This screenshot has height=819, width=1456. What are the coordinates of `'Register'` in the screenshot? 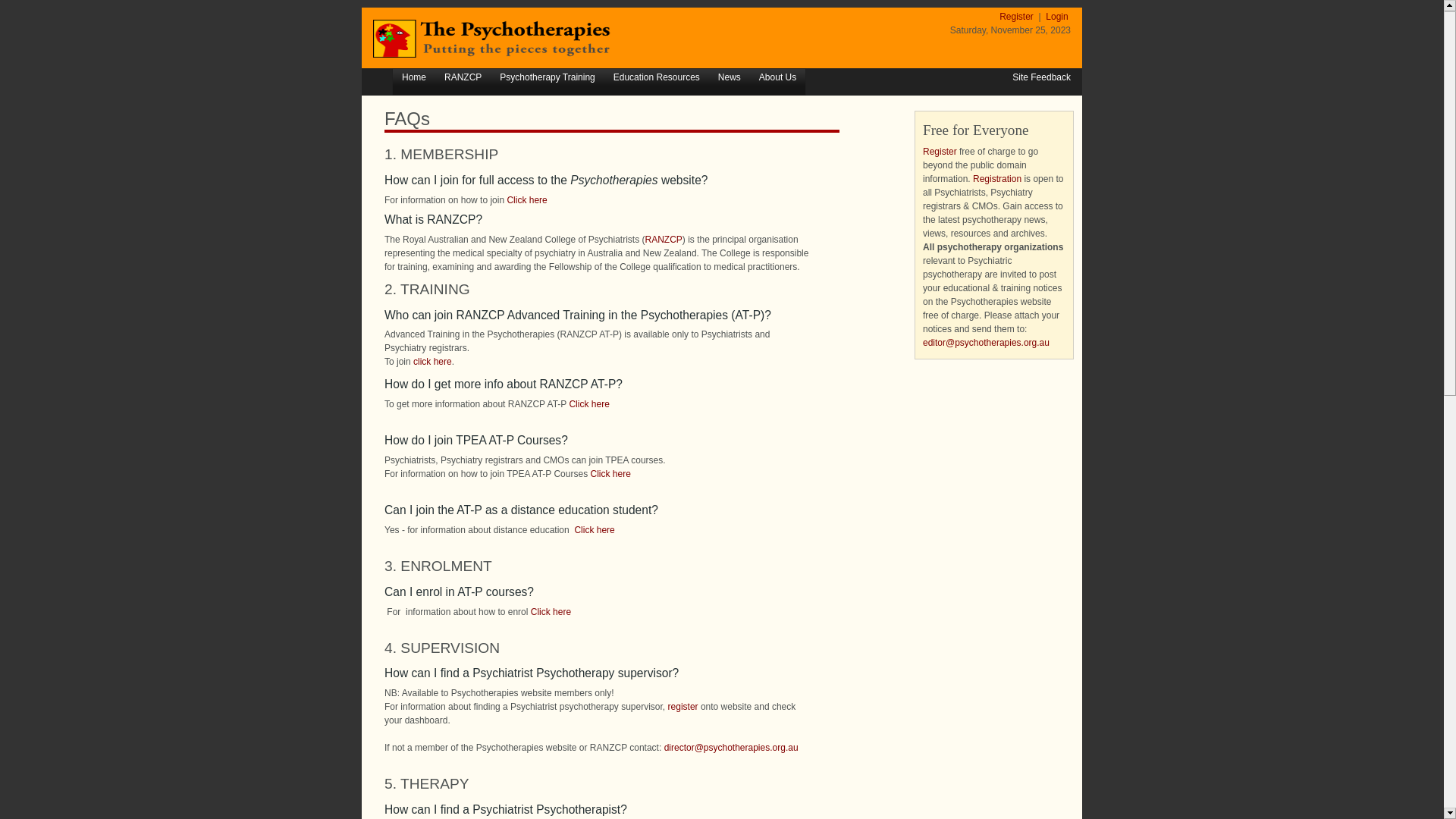 It's located at (939, 152).